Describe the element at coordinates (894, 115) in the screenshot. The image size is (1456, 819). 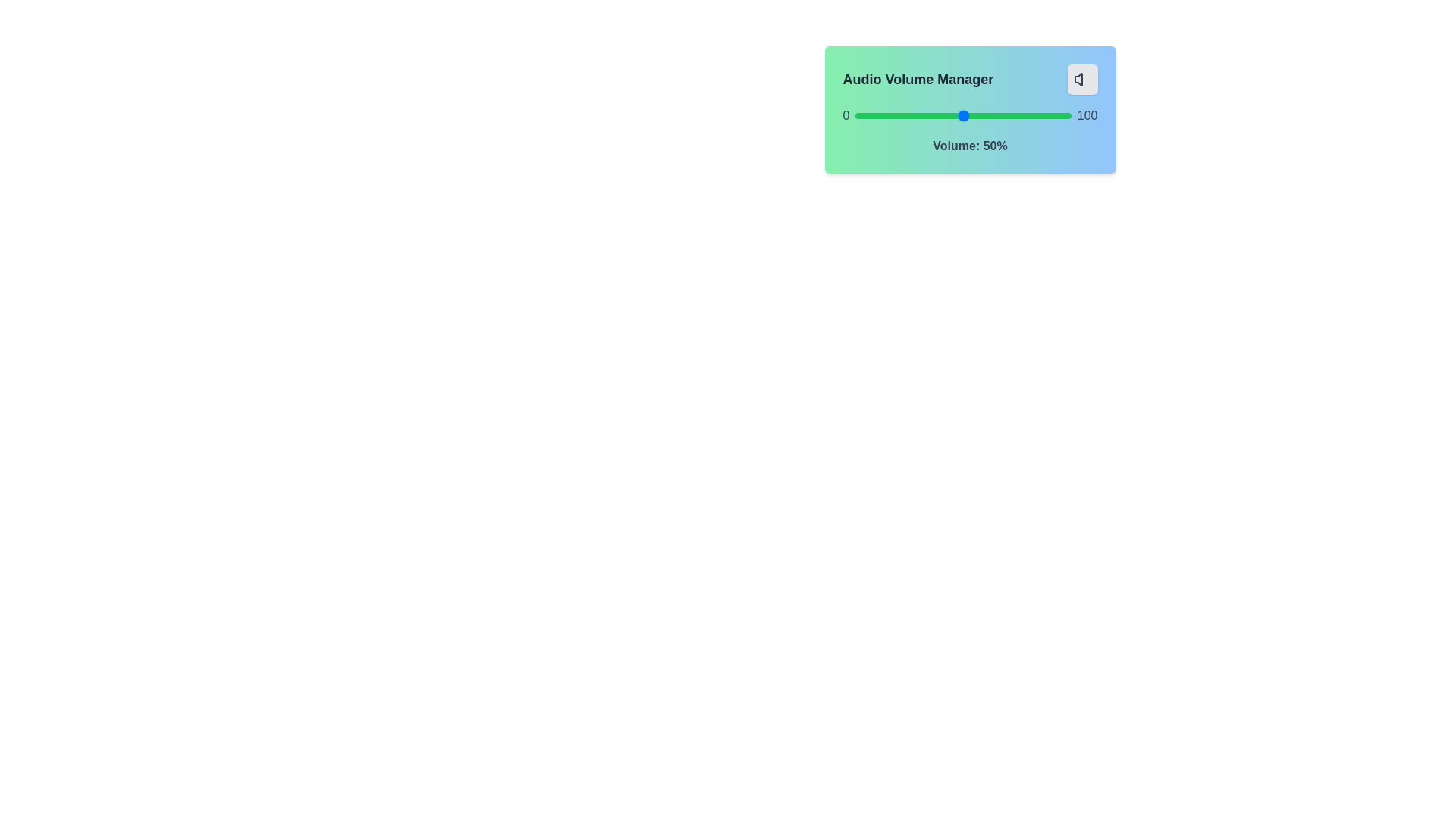
I see `the slider` at that location.